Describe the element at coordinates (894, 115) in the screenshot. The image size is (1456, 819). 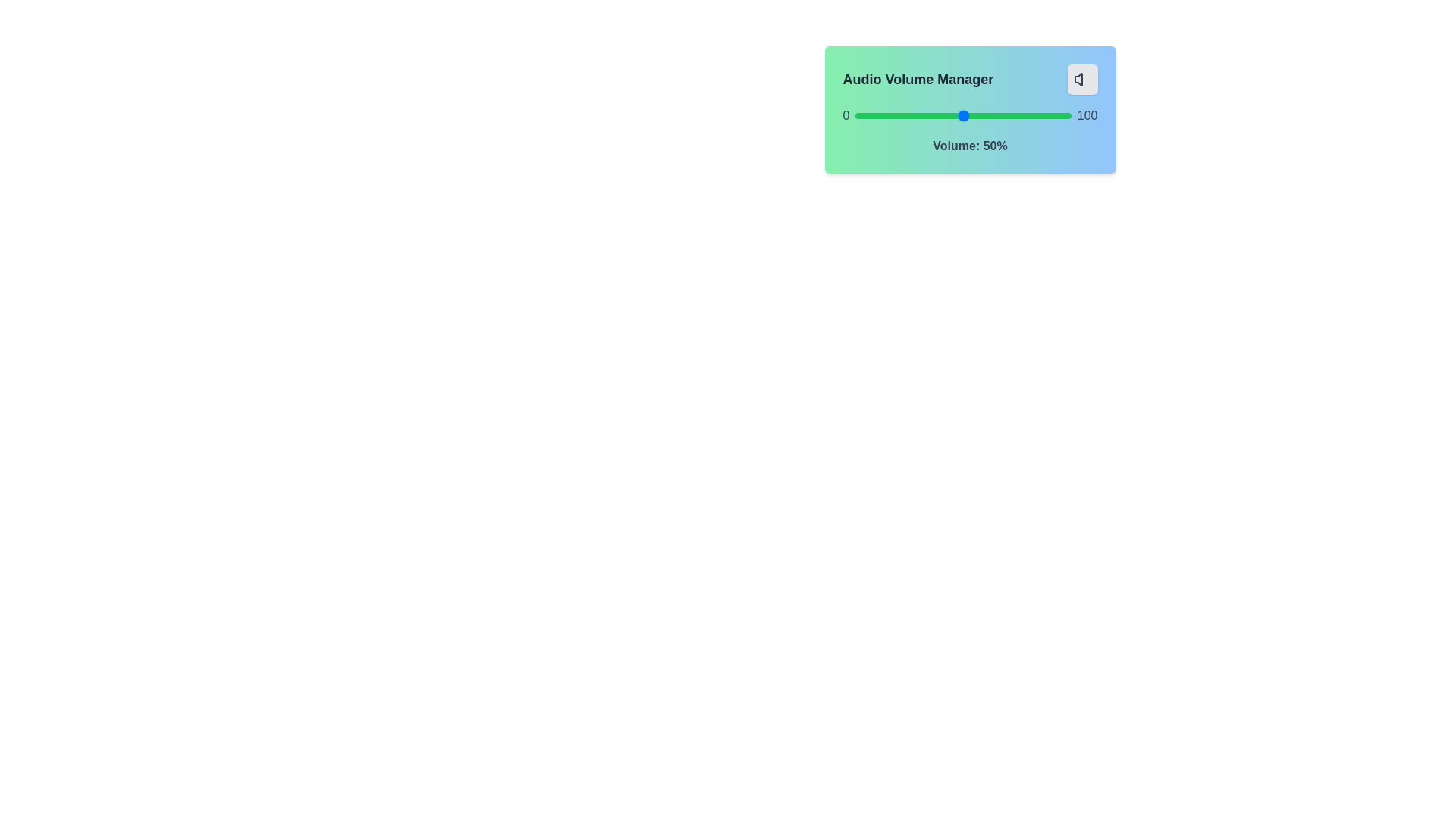
I see `the slider` at that location.